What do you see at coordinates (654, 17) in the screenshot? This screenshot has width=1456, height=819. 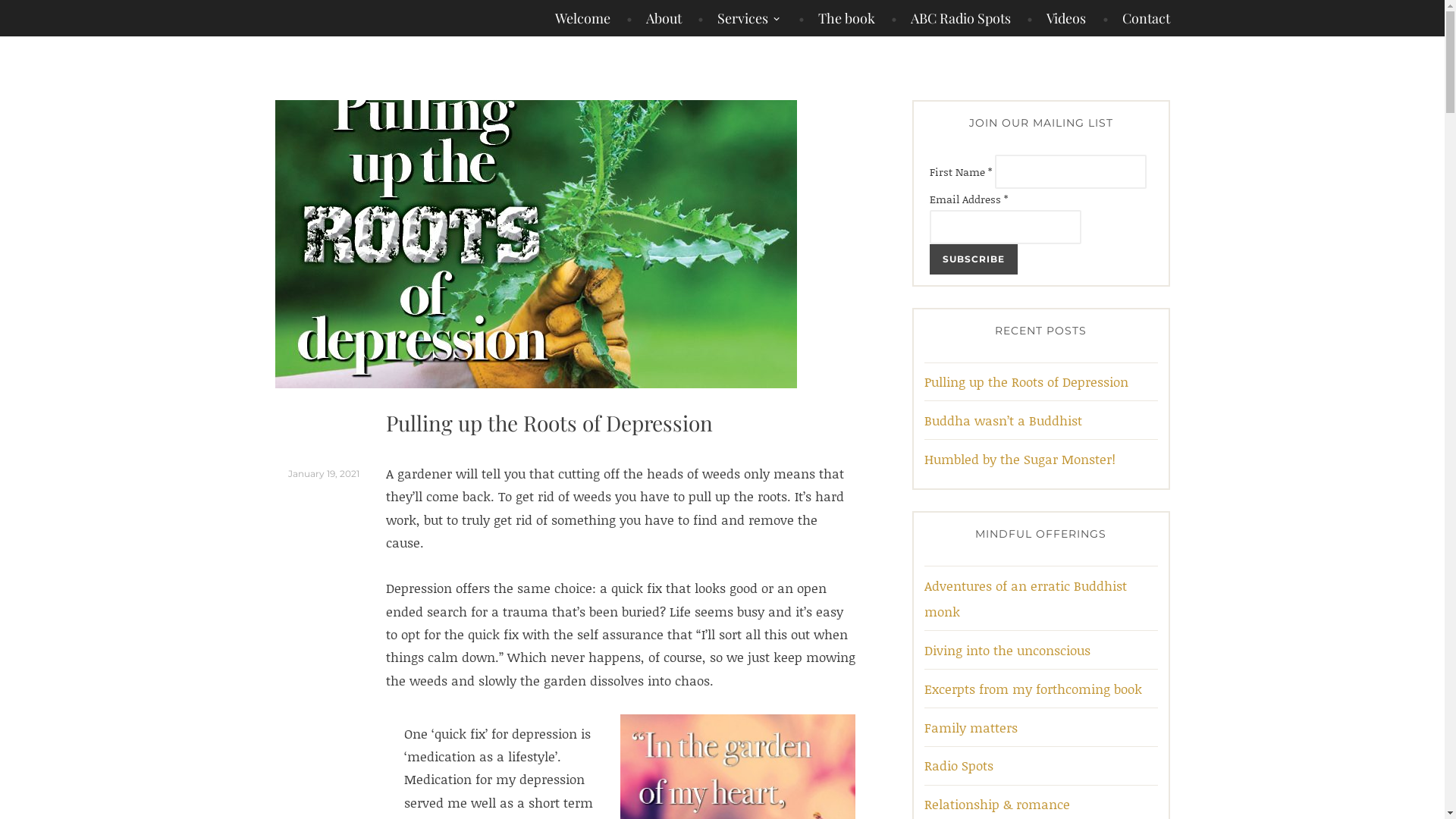 I see `'About'` at bounding box center [654, 17].